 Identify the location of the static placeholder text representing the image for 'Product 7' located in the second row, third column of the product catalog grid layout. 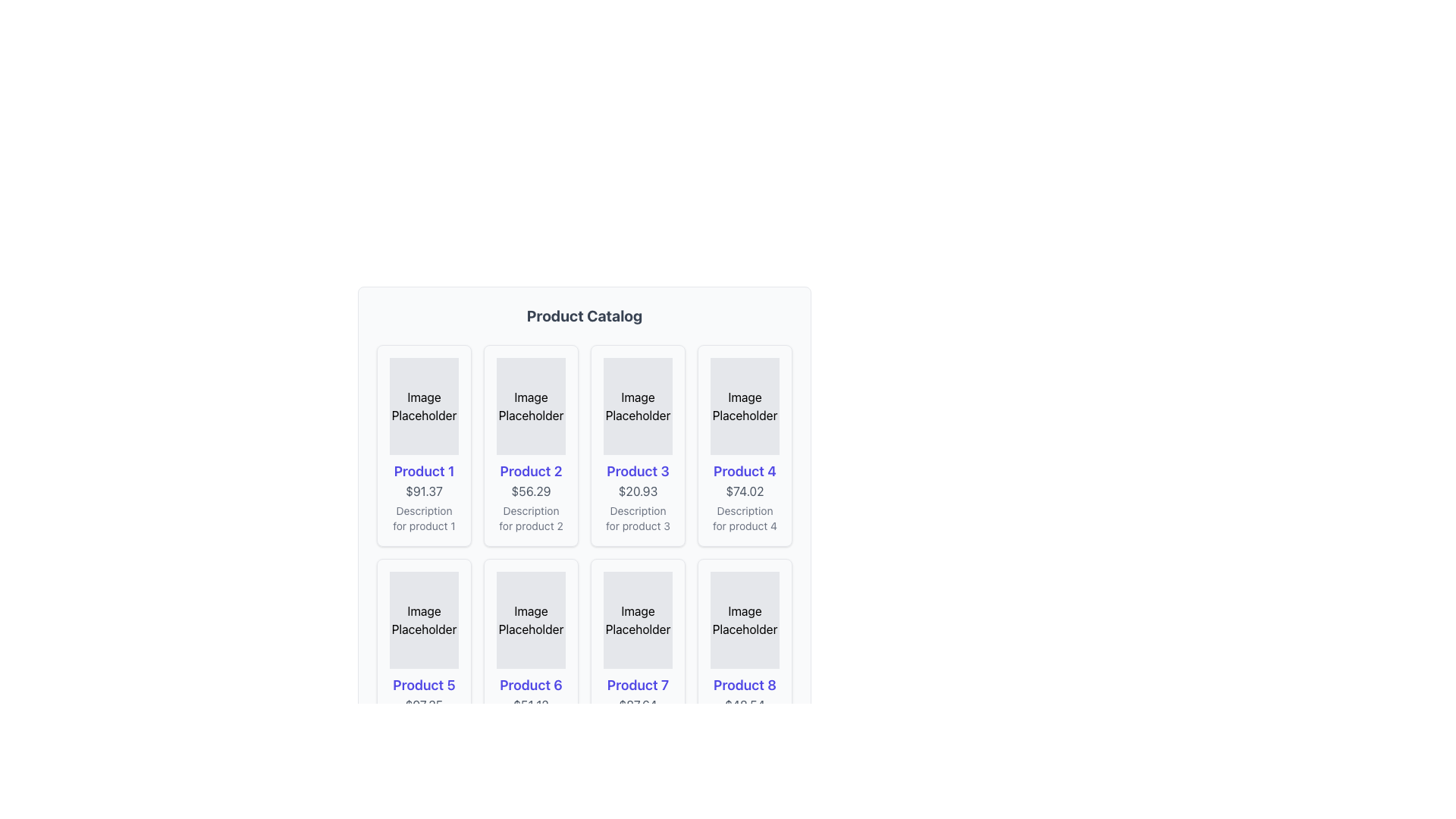
(638, 620).